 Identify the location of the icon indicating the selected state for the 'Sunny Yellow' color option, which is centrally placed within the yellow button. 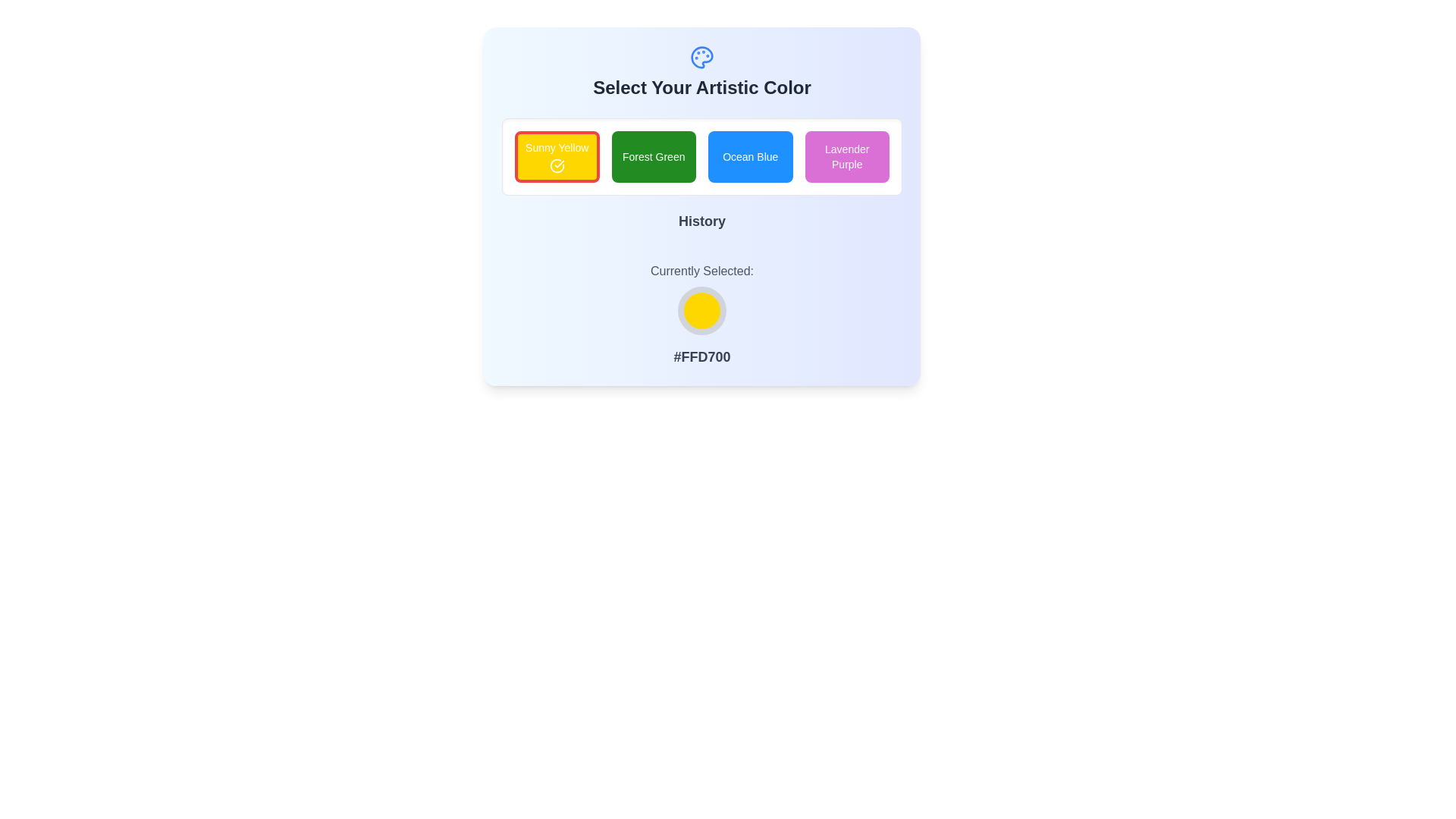
(556, 166).